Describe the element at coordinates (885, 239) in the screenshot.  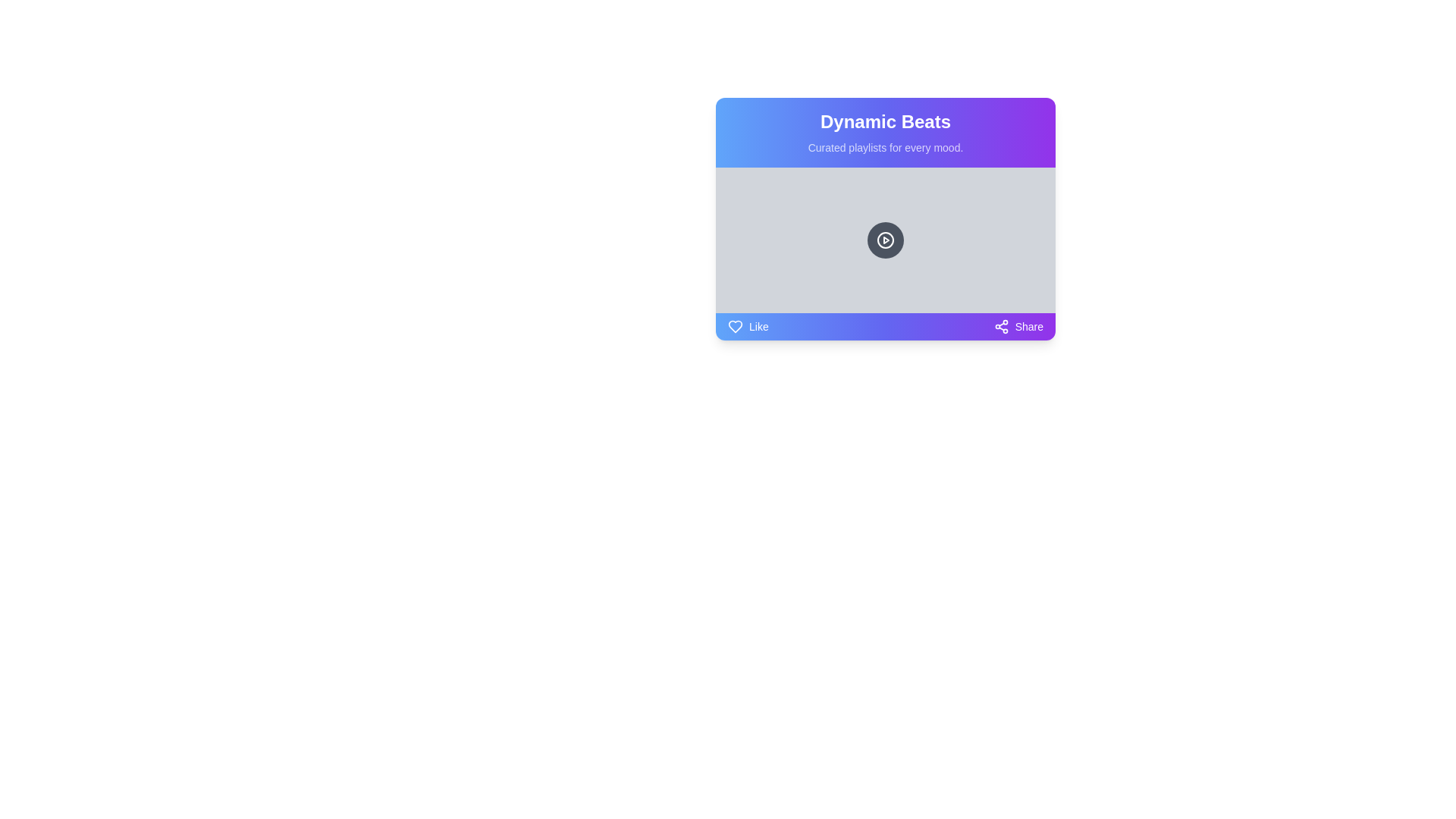
I see `the circular play button located at the center of the card component` at that location.